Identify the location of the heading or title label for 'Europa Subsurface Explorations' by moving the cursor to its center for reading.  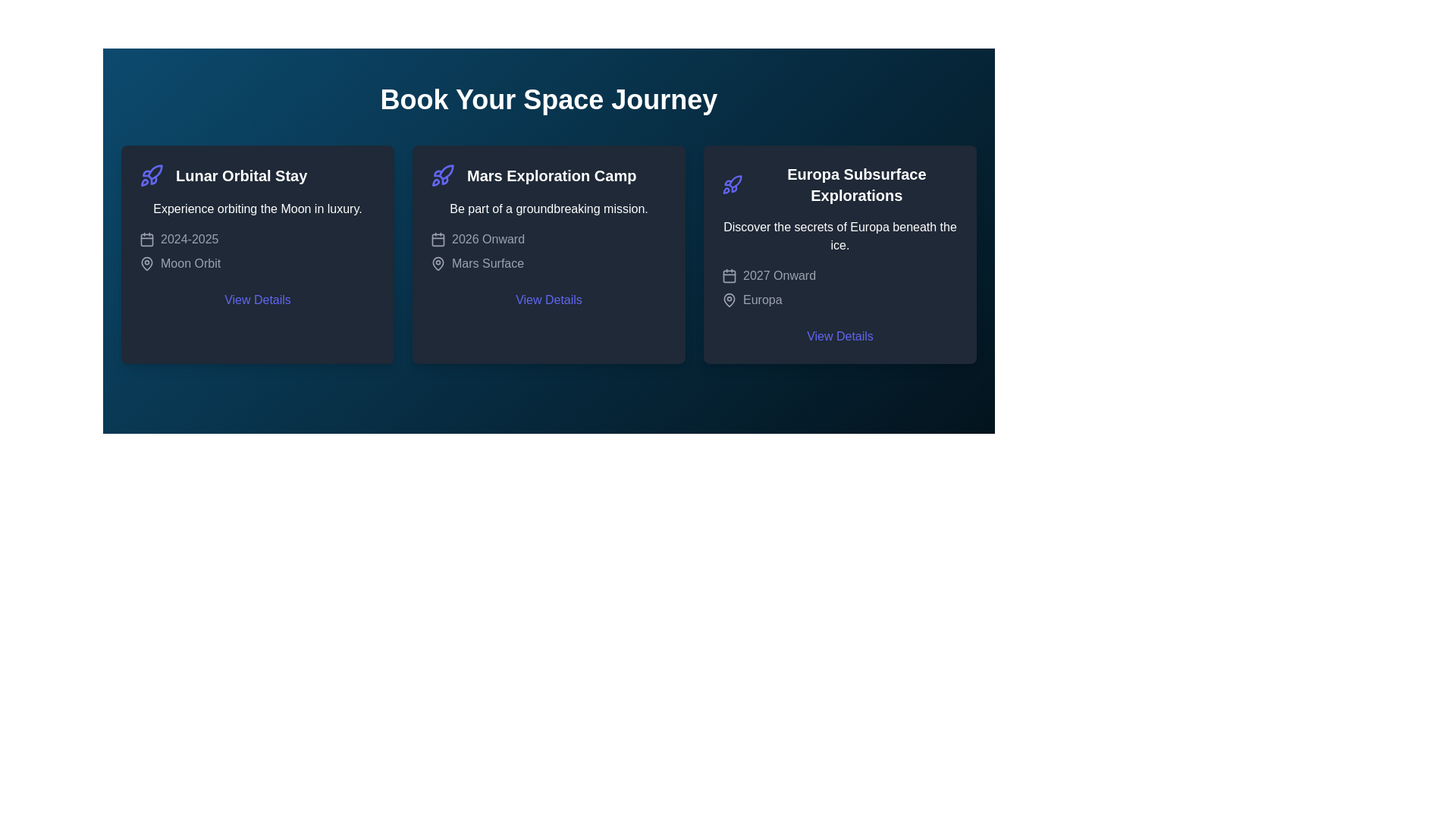
(839, 184).